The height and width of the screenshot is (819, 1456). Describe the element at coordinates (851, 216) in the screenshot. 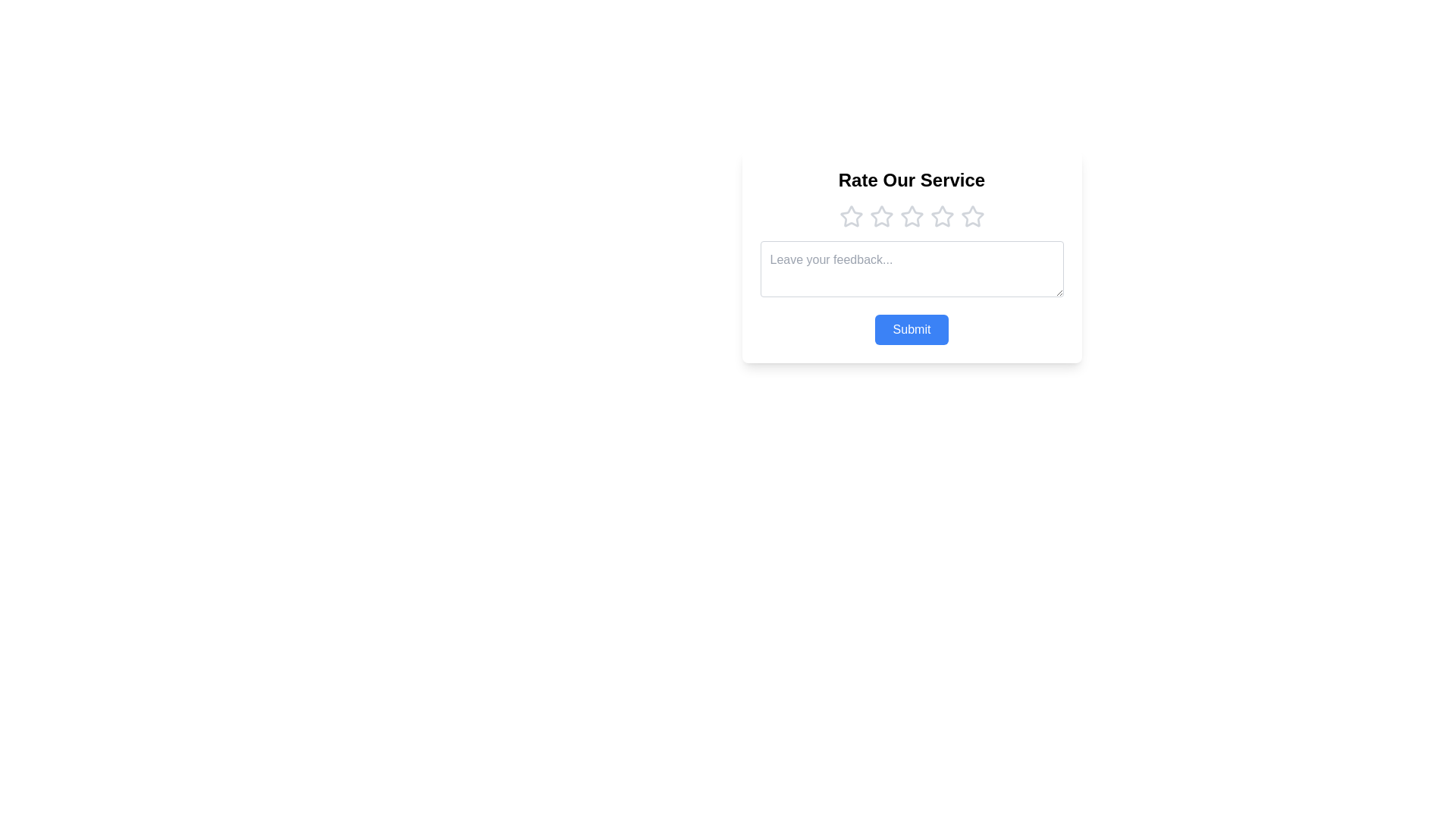

I see `the first star-shaped icon in the rating system below the 'Rate Our Service' title to trigger the tooltip effect` at that location.